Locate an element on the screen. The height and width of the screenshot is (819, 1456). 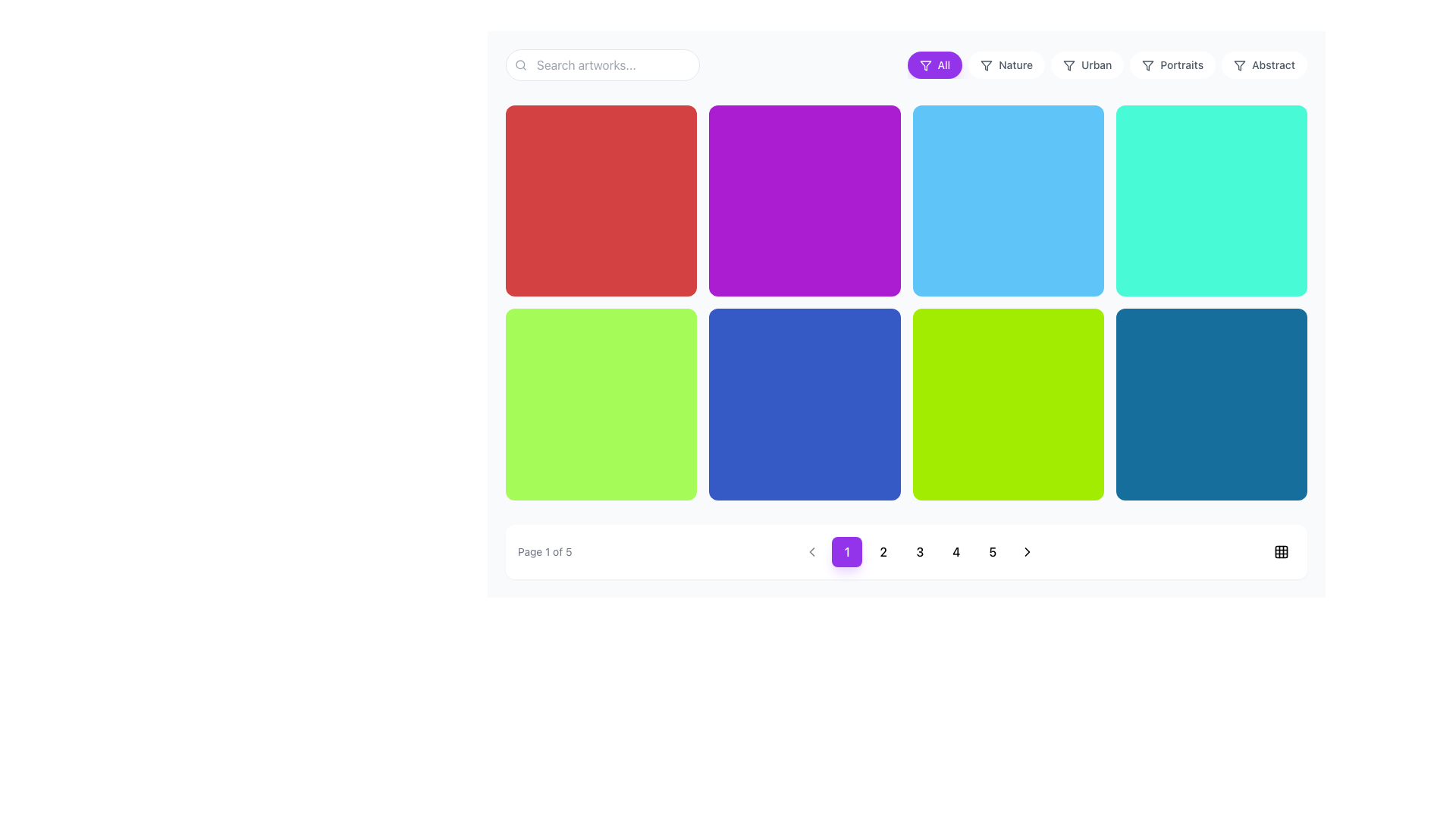
the button that navigates to page 3 of the content set, located in the bottom pagination bar, third from the left, to visually indicate its state is located at coordinates (919, 551).